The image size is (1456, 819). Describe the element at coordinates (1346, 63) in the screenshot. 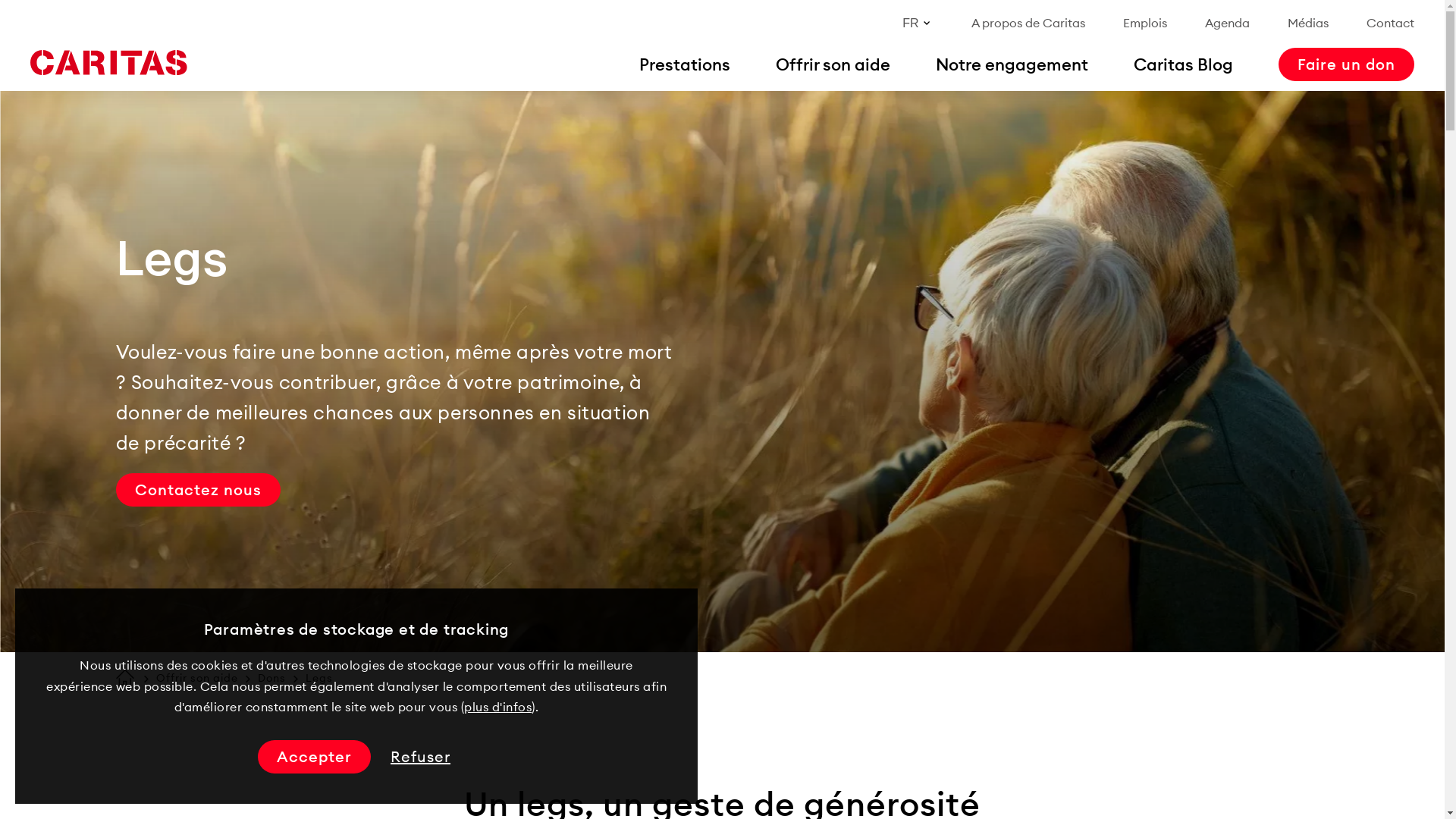

I see `'Faire un don'` at that location.